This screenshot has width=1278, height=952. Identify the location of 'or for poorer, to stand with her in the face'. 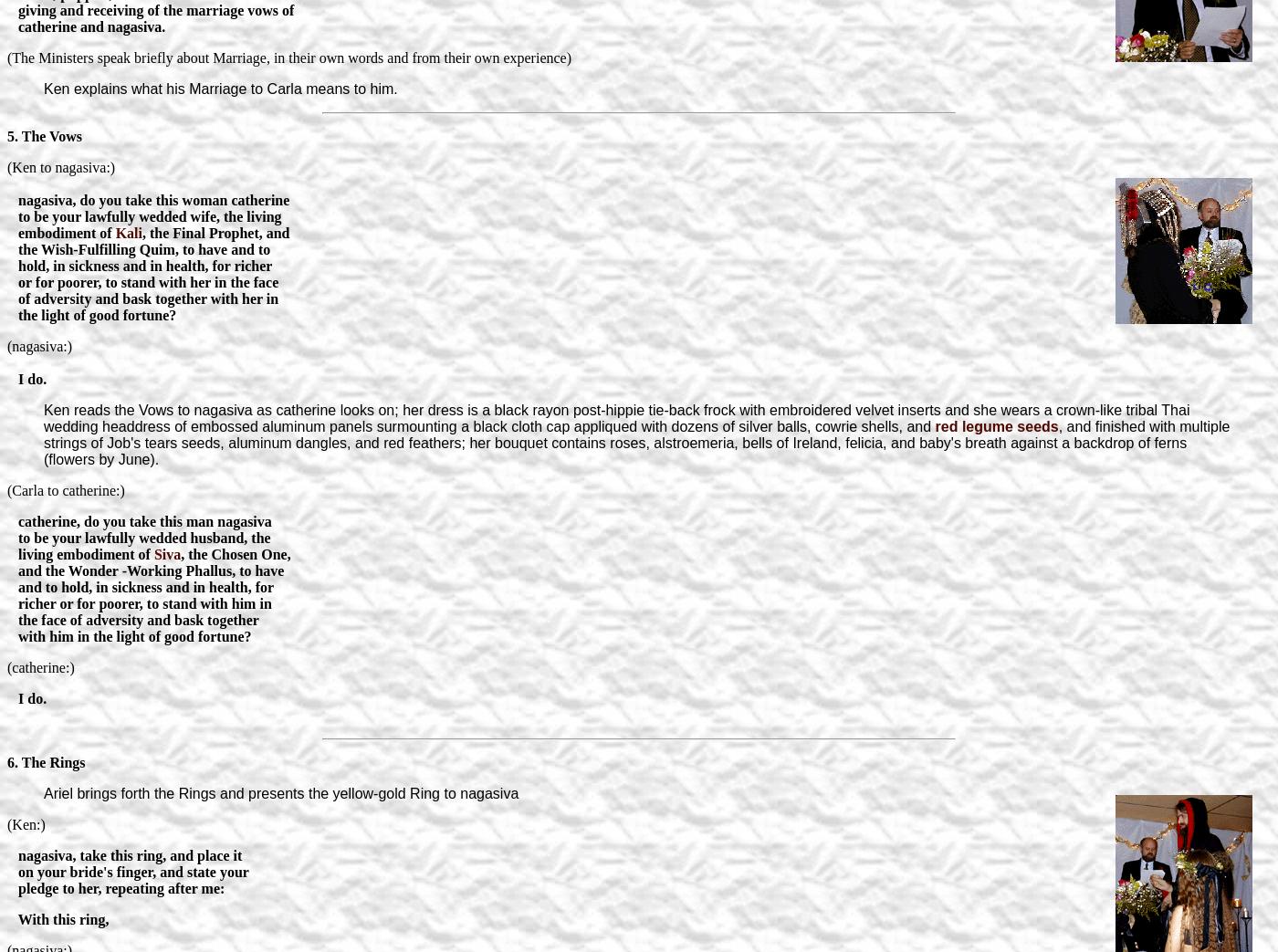
(142, 280).